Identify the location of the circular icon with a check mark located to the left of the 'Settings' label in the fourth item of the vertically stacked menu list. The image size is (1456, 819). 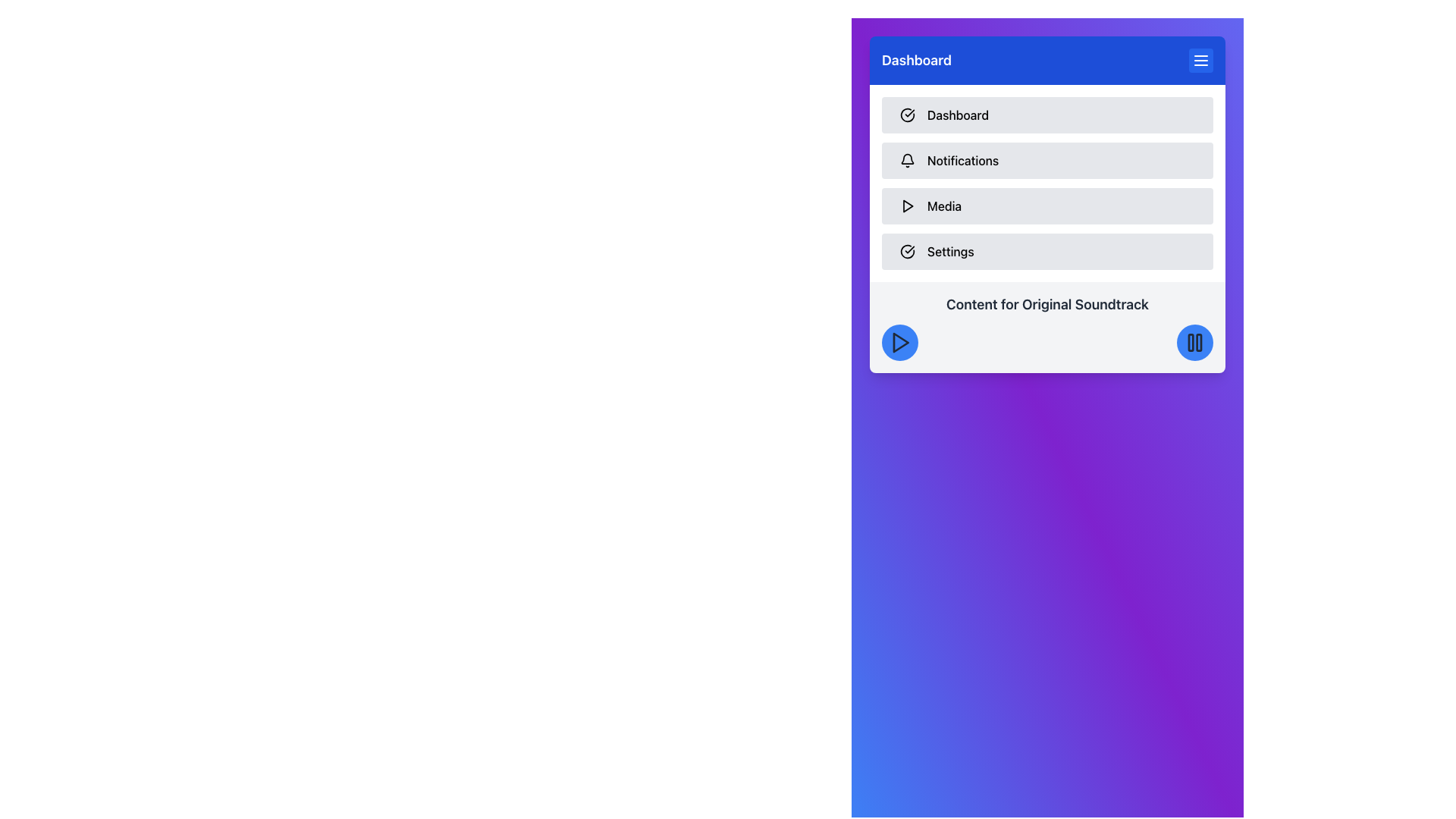
(907, 250).